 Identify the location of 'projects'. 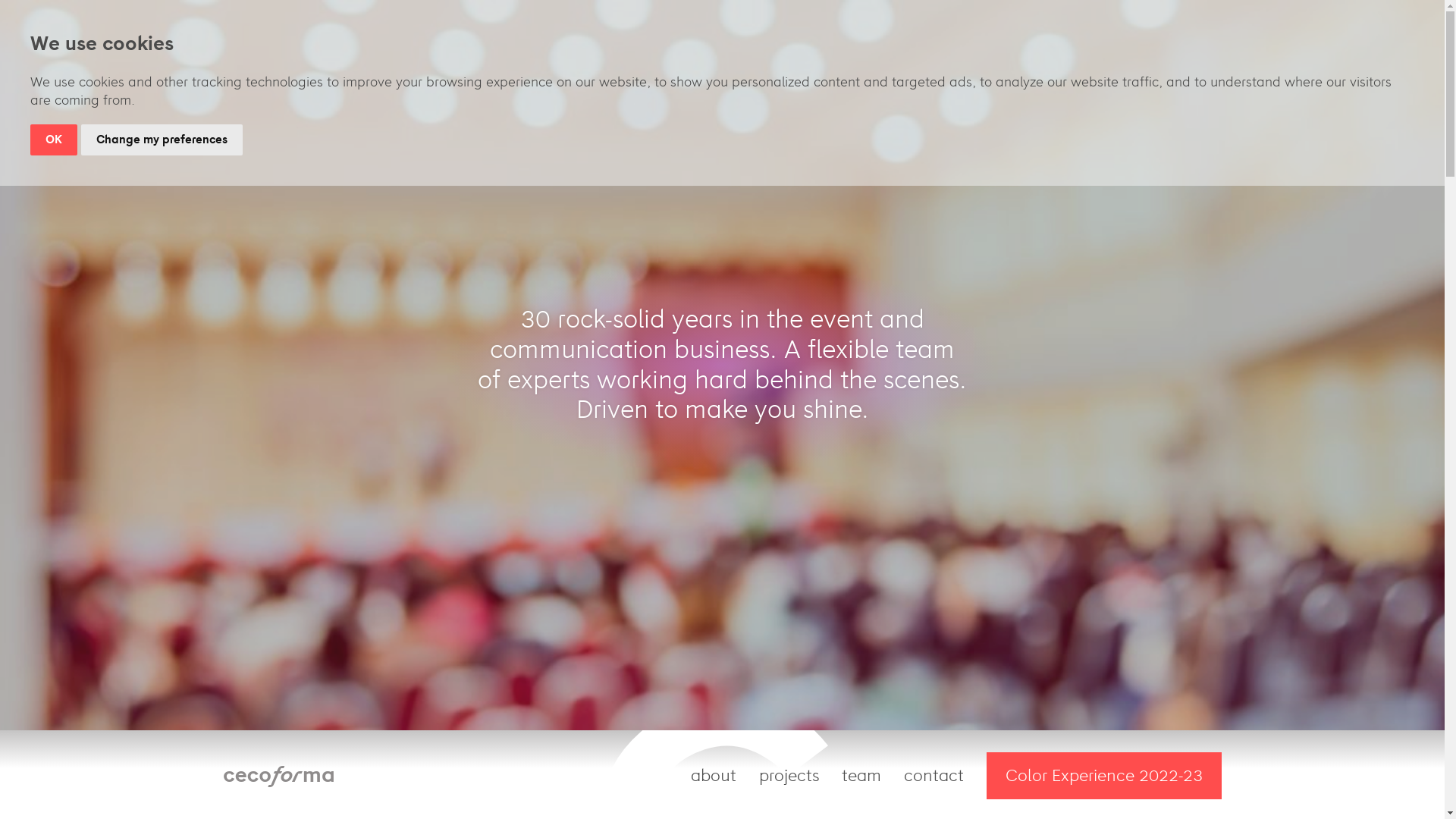
(789, 775).